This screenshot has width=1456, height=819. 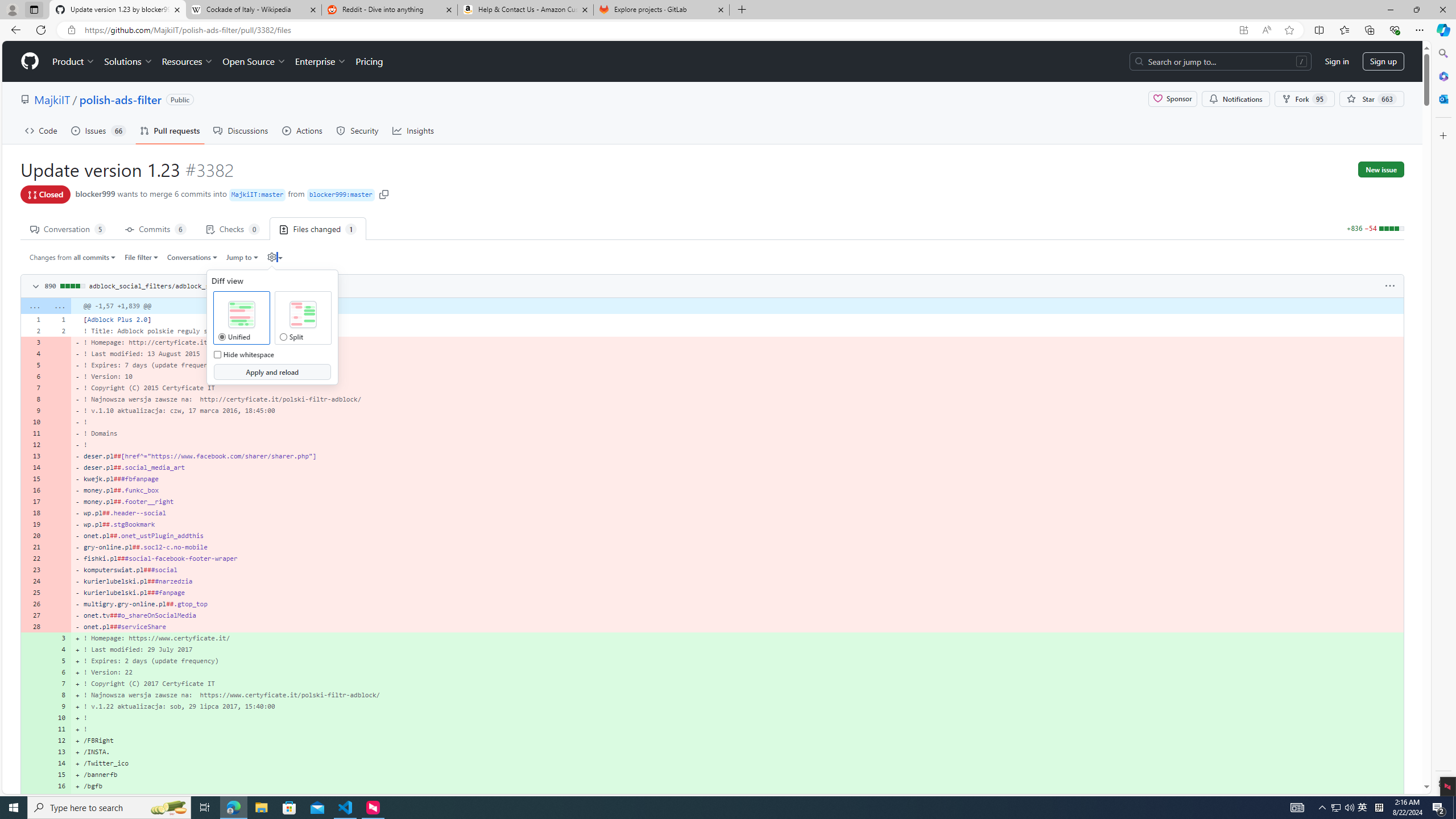 I want to click on '13', so click(x=58, y=751).